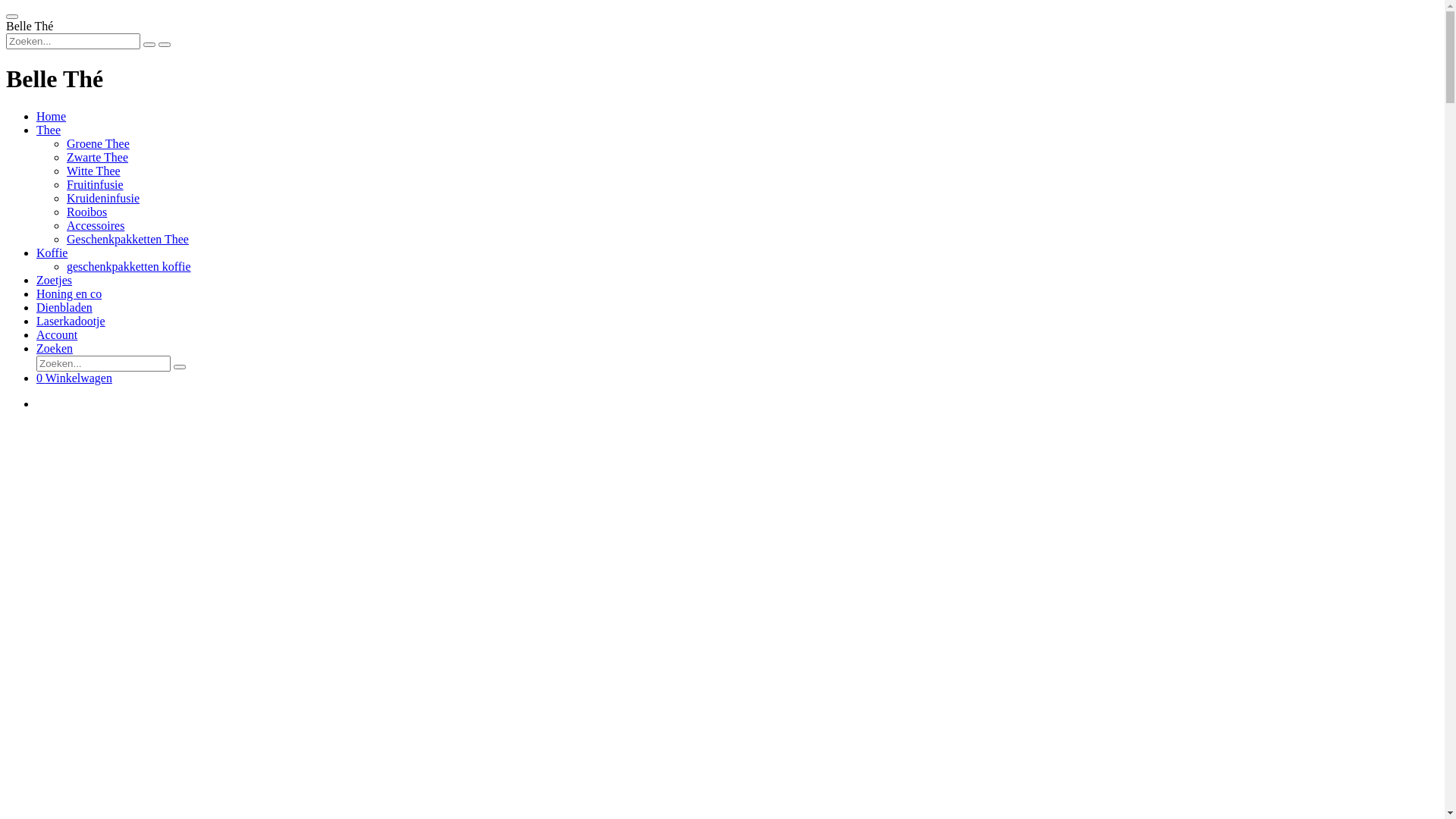 The width and height of the screenshot is (1456, 819). I want to click on 'Rooibos', so click(65, 212).